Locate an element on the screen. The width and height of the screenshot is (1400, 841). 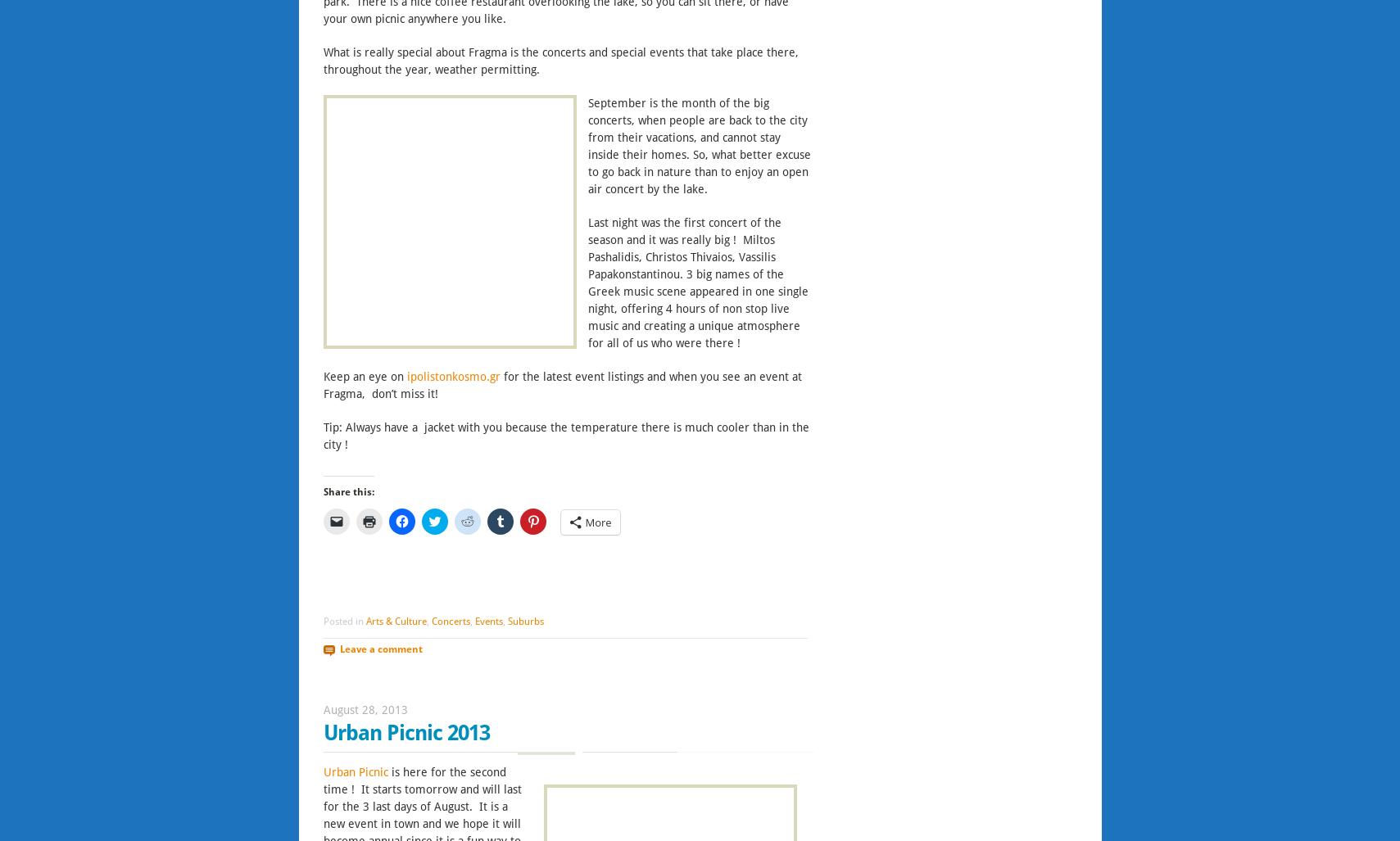
'Urban Picnic 2013' is located at coordinates (405, 732).